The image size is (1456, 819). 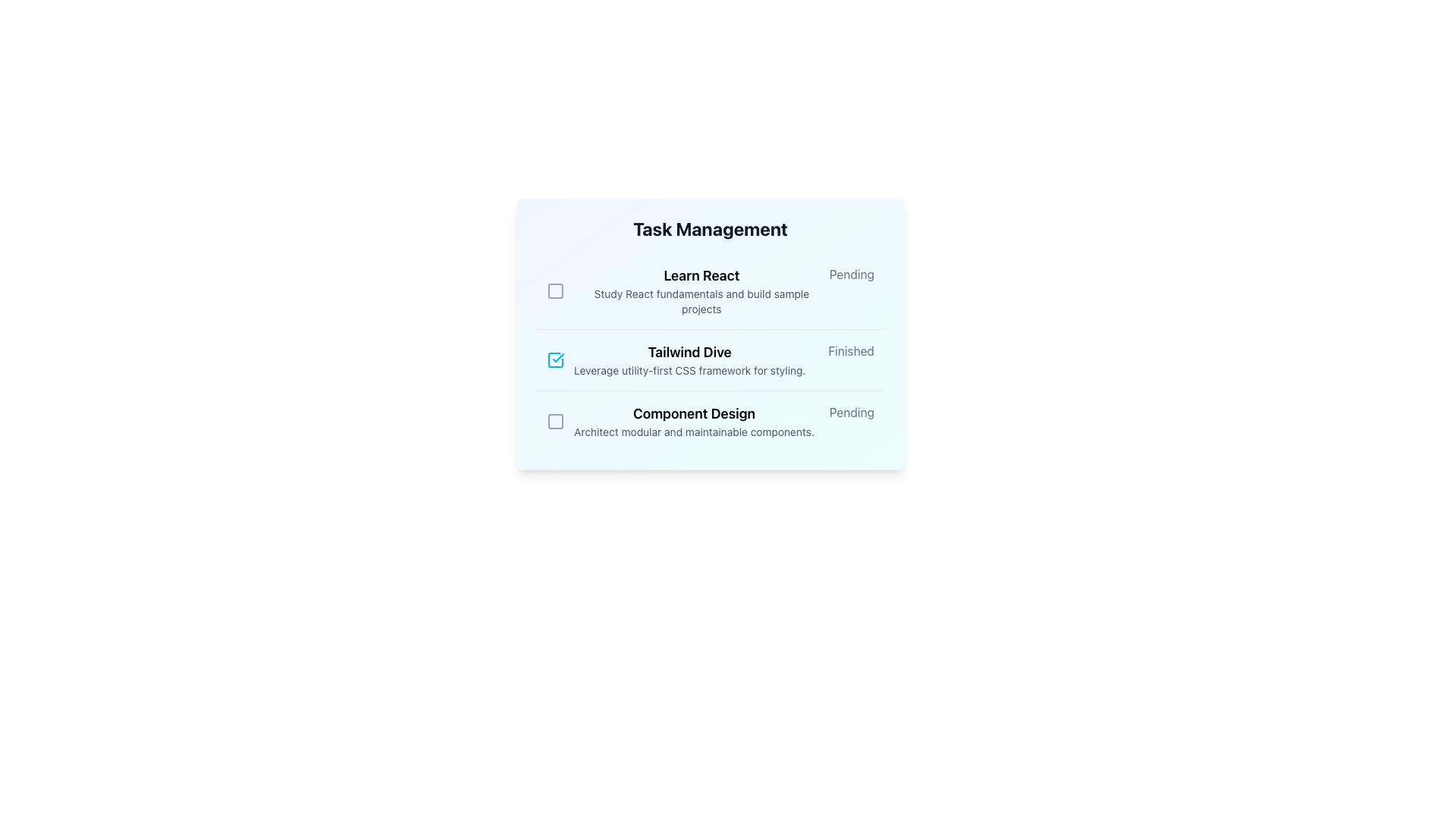 What do you see at coordinates (687, 291) in the screenshot?
I see `text of the first item in the 'Task Management' section, which includes the title 'Learn React' and the subtitle 'Study React fundamentals and build sample projects'` at bounding box center [687, 291].